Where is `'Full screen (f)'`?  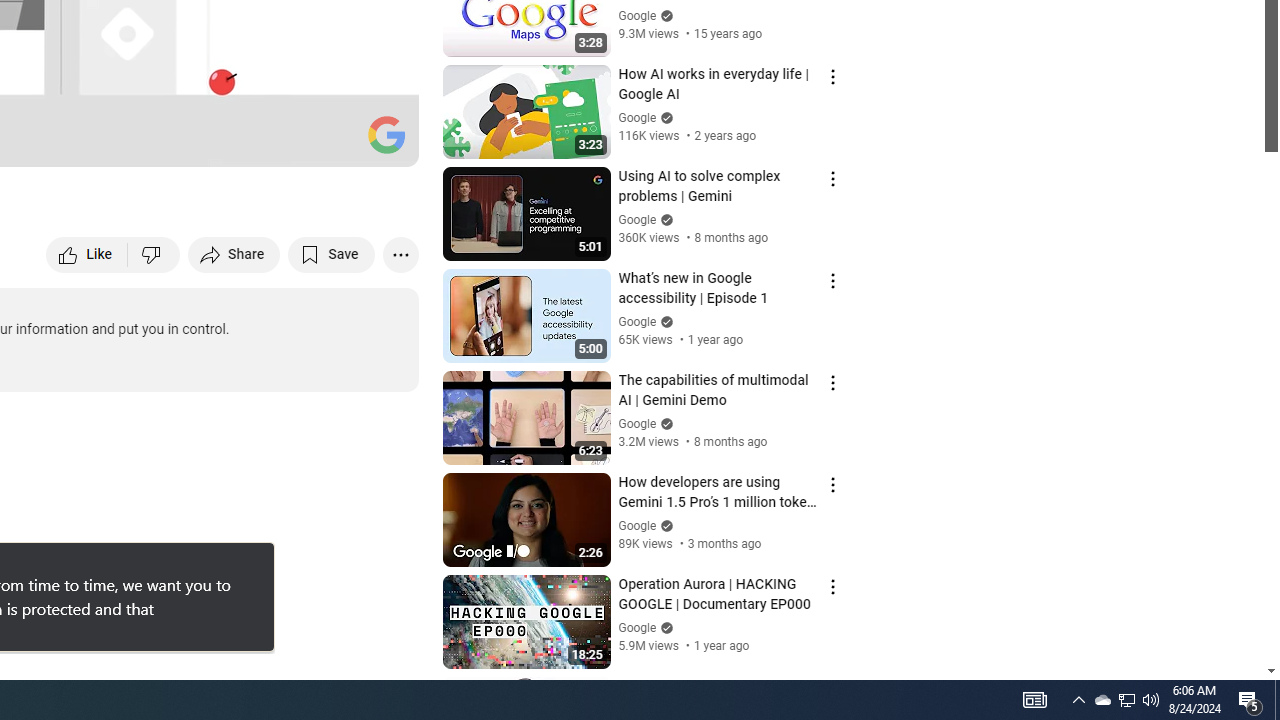
'Full screen (f)' is located at coordinates (382, 141).